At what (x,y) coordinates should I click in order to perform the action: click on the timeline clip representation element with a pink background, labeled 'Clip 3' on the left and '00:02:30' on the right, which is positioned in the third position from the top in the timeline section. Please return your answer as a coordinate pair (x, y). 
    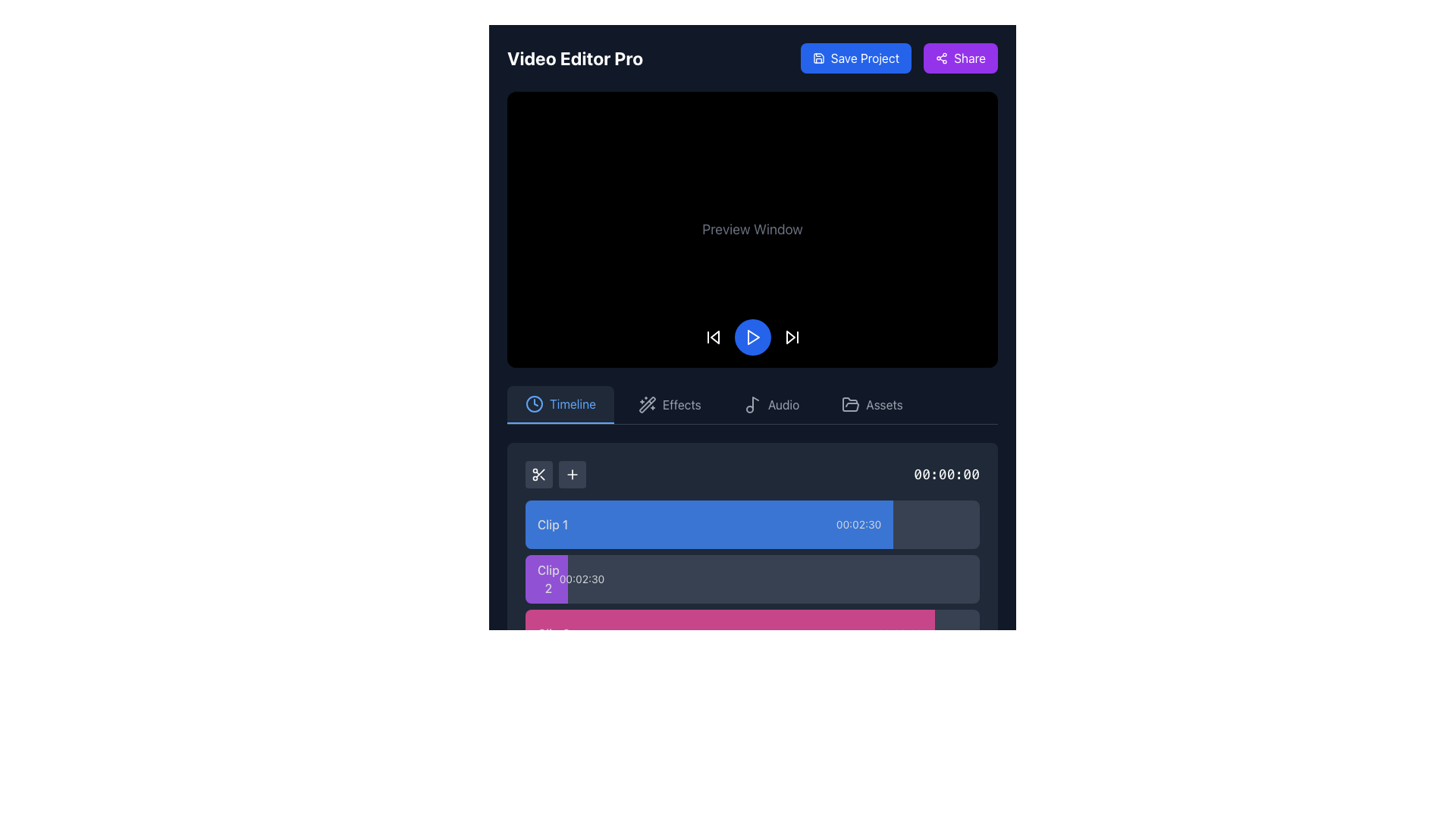
    Looking at the image, I should click on (752, 633).